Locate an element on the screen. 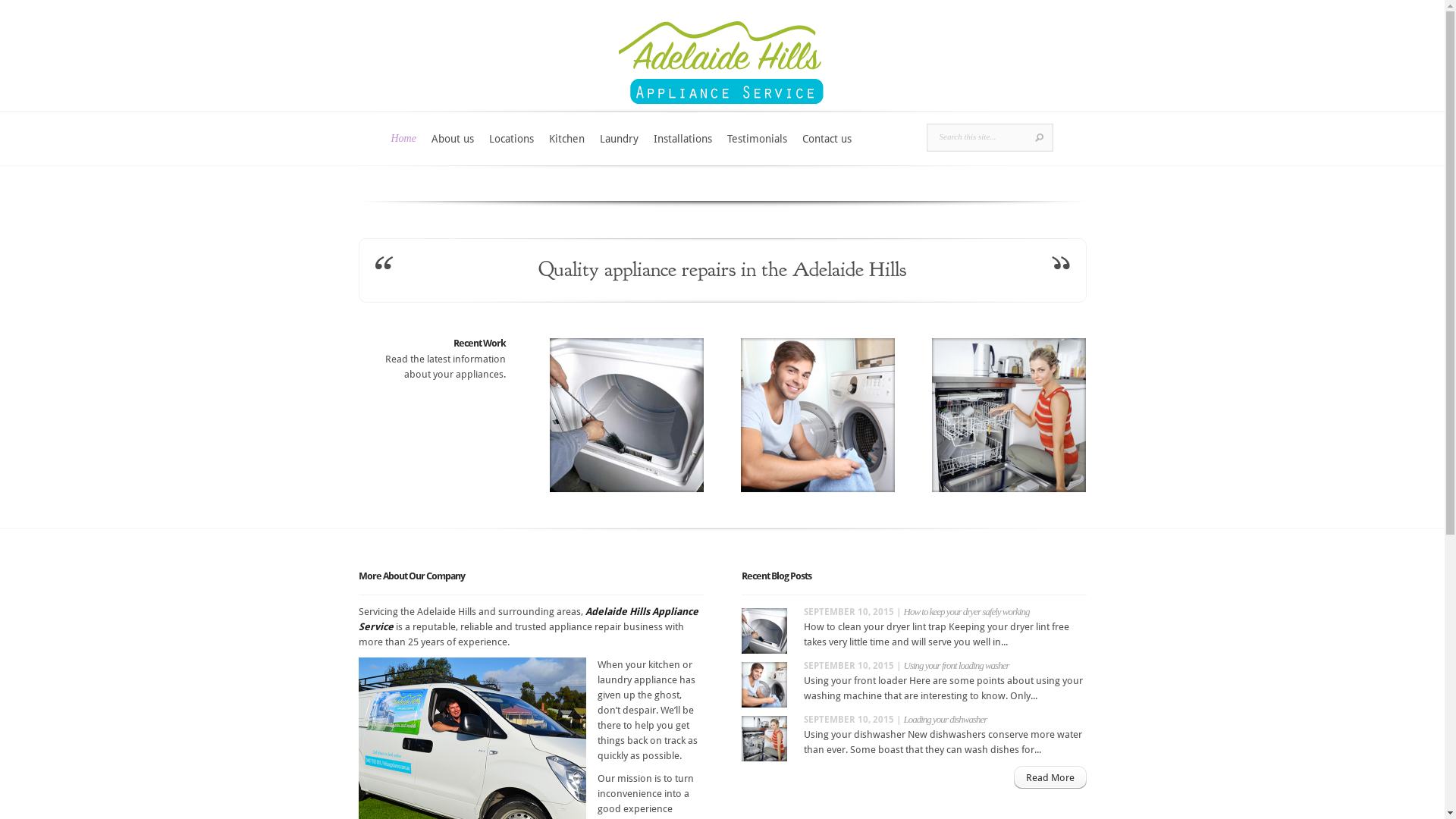  'Kitchen' is located at coordinates (566, 148).